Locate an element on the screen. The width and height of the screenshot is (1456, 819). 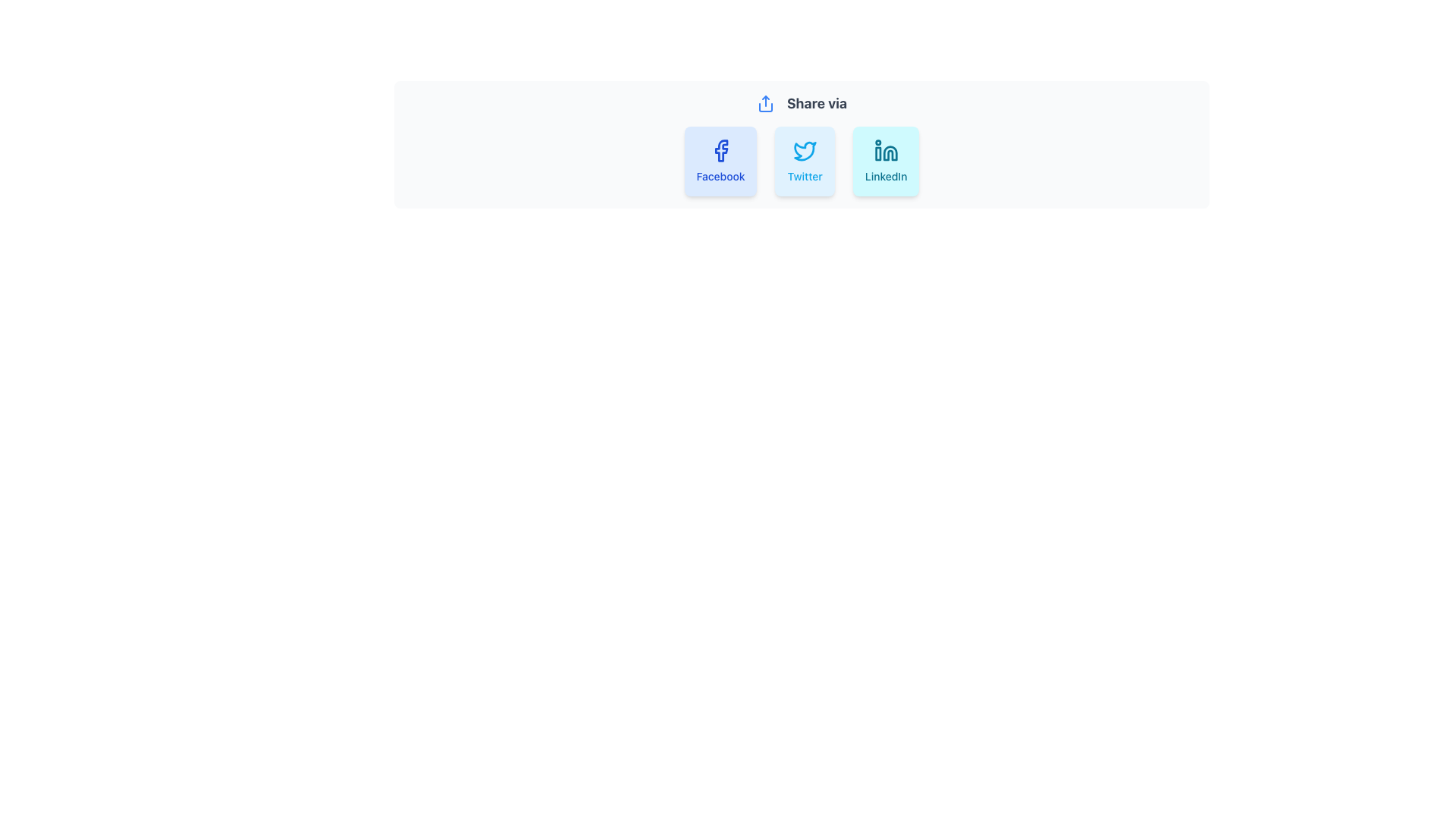
the light blue rectangular button with rounded corners that contains the Facebook logo and the text 'Facebook' is located at coordinates (720, 161).